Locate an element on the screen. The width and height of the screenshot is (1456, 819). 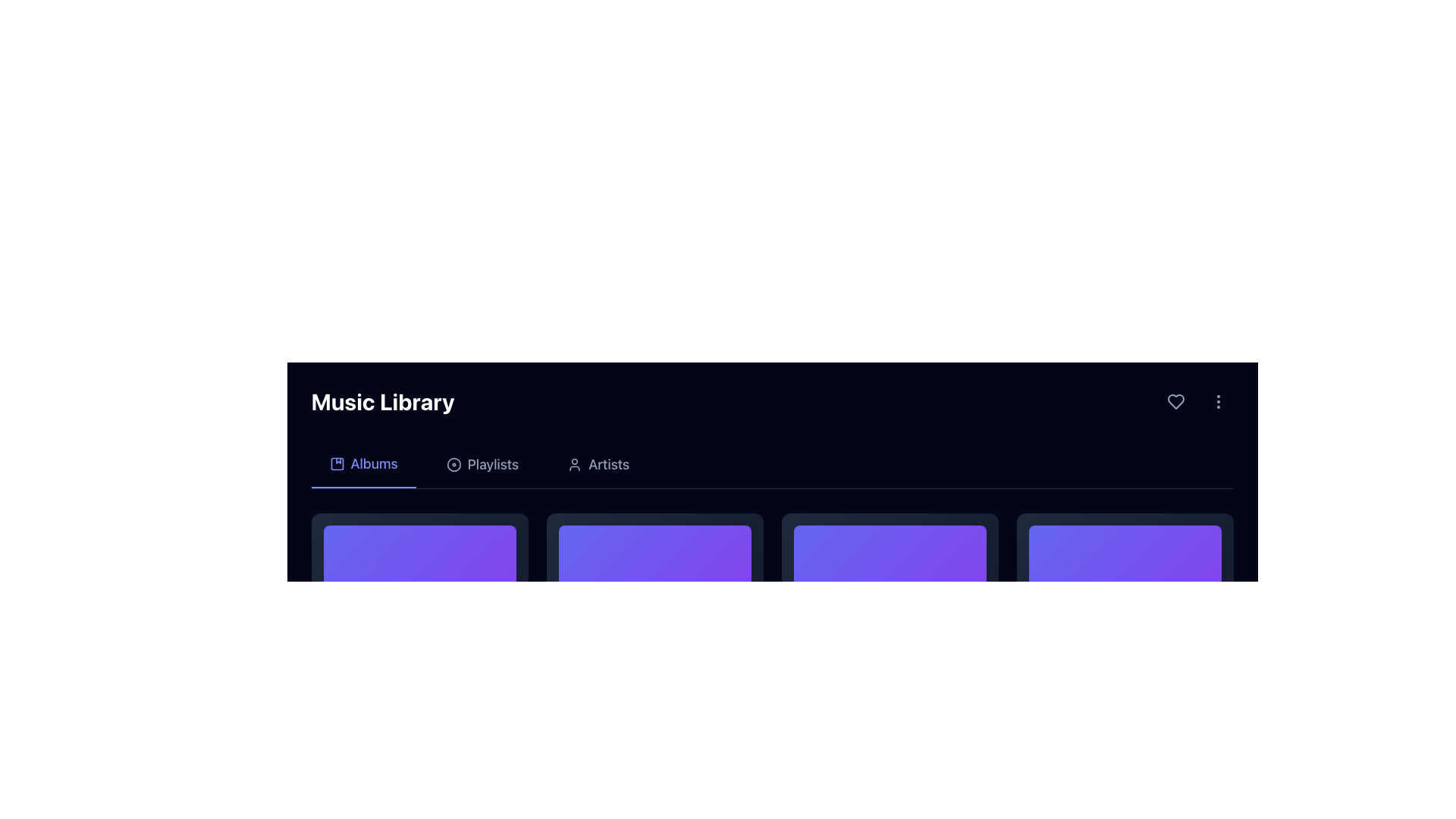
the interactive music card located in the first column of the grid layout in the 'Music Library' interface, which provides information about the specific music track or playlist is located at coordinates (419, 654).